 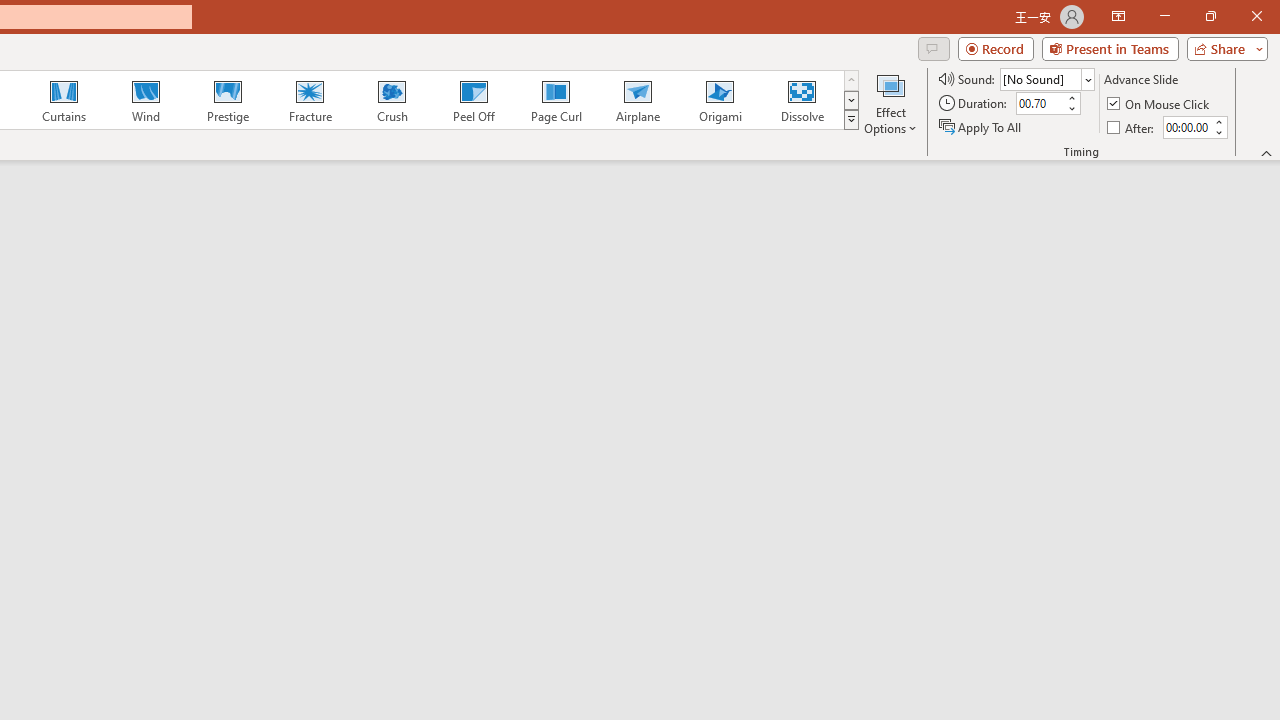 What do you see at coordinates (1159, 103) in the screenshot?
I see `'On Mouse Click'` at bounding box center [1159, 103].